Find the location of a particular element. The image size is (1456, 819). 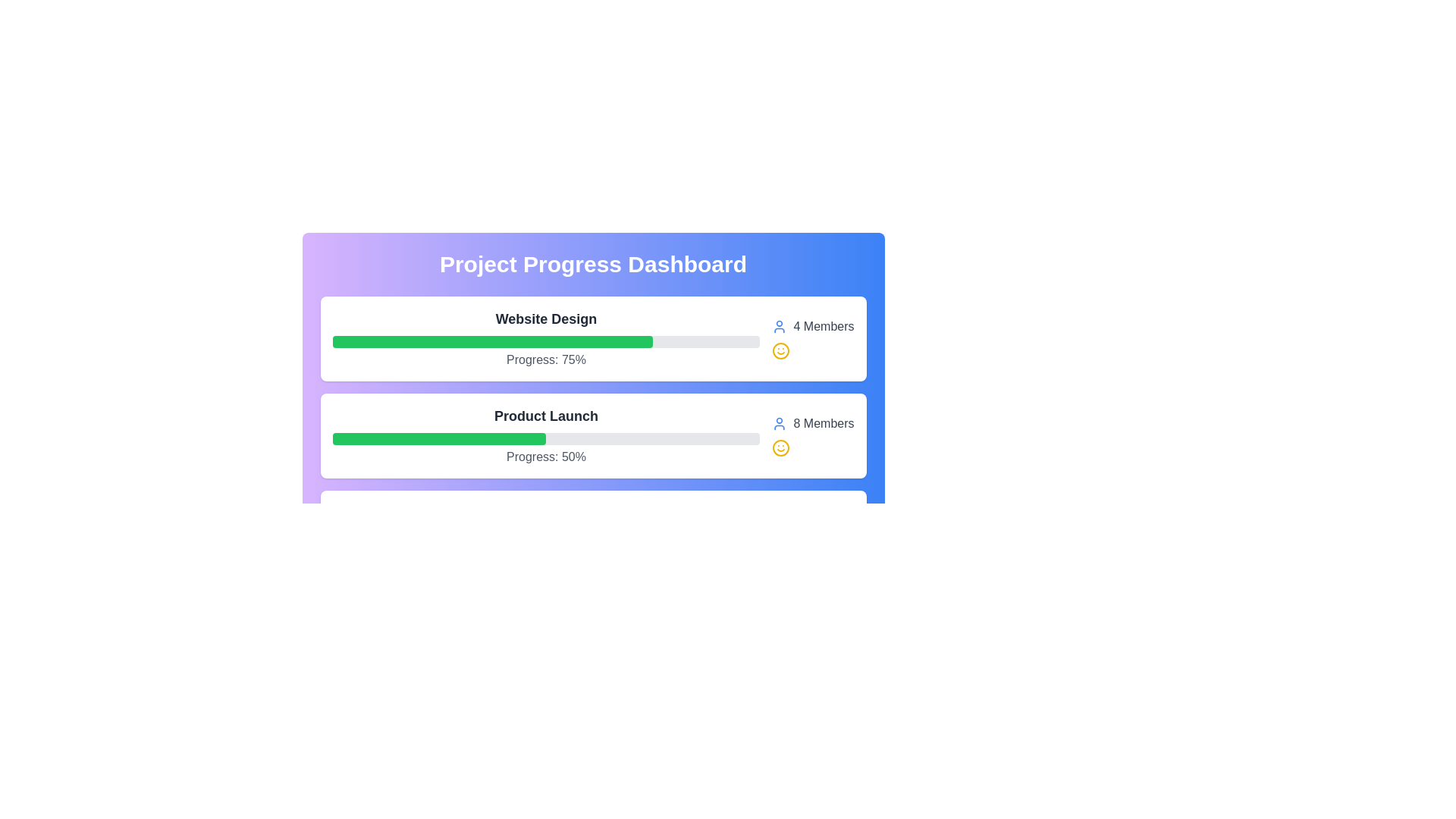

the blue-colored vector graphic icon resembling a user silhouette, which is located to the left of the '8 Members' text is located at coordinates (780, 424).